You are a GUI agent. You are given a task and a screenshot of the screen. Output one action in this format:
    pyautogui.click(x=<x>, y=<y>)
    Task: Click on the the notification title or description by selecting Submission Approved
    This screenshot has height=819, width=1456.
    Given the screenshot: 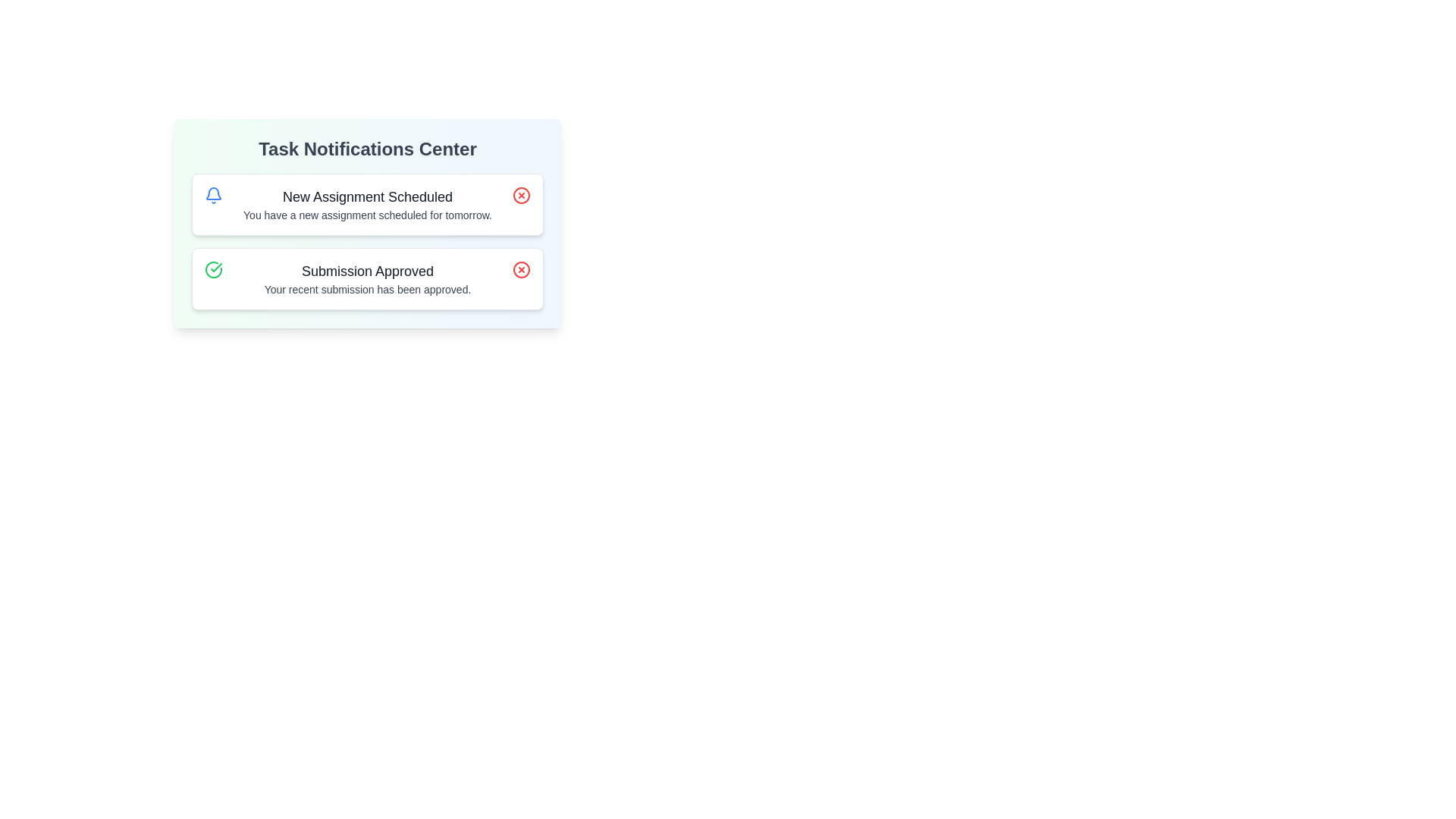 What is the action you would take?
    pyautogui.click(x=367, y=271)
    